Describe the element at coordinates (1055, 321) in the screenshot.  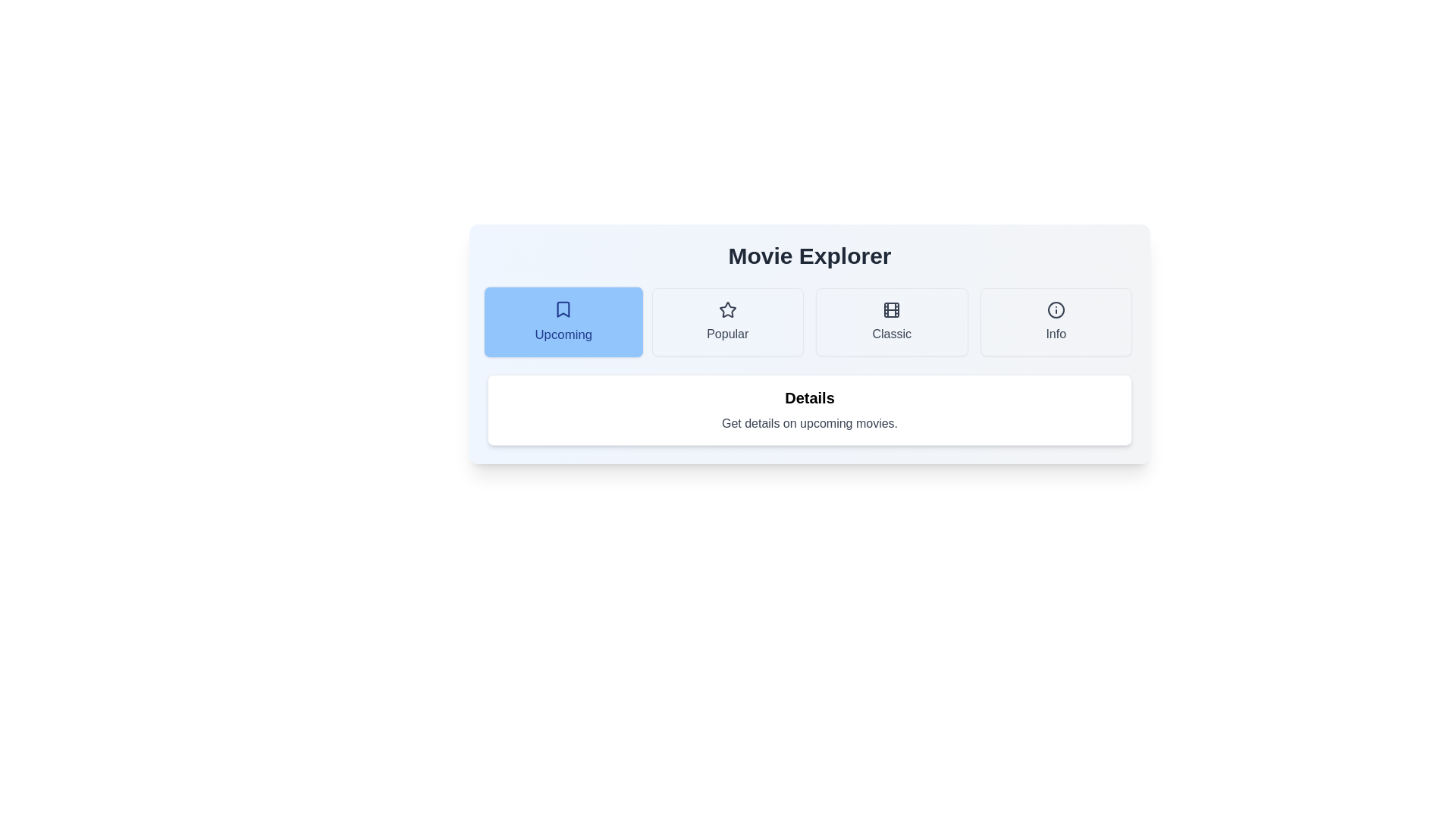
I see `the 'Info' button` at that location.